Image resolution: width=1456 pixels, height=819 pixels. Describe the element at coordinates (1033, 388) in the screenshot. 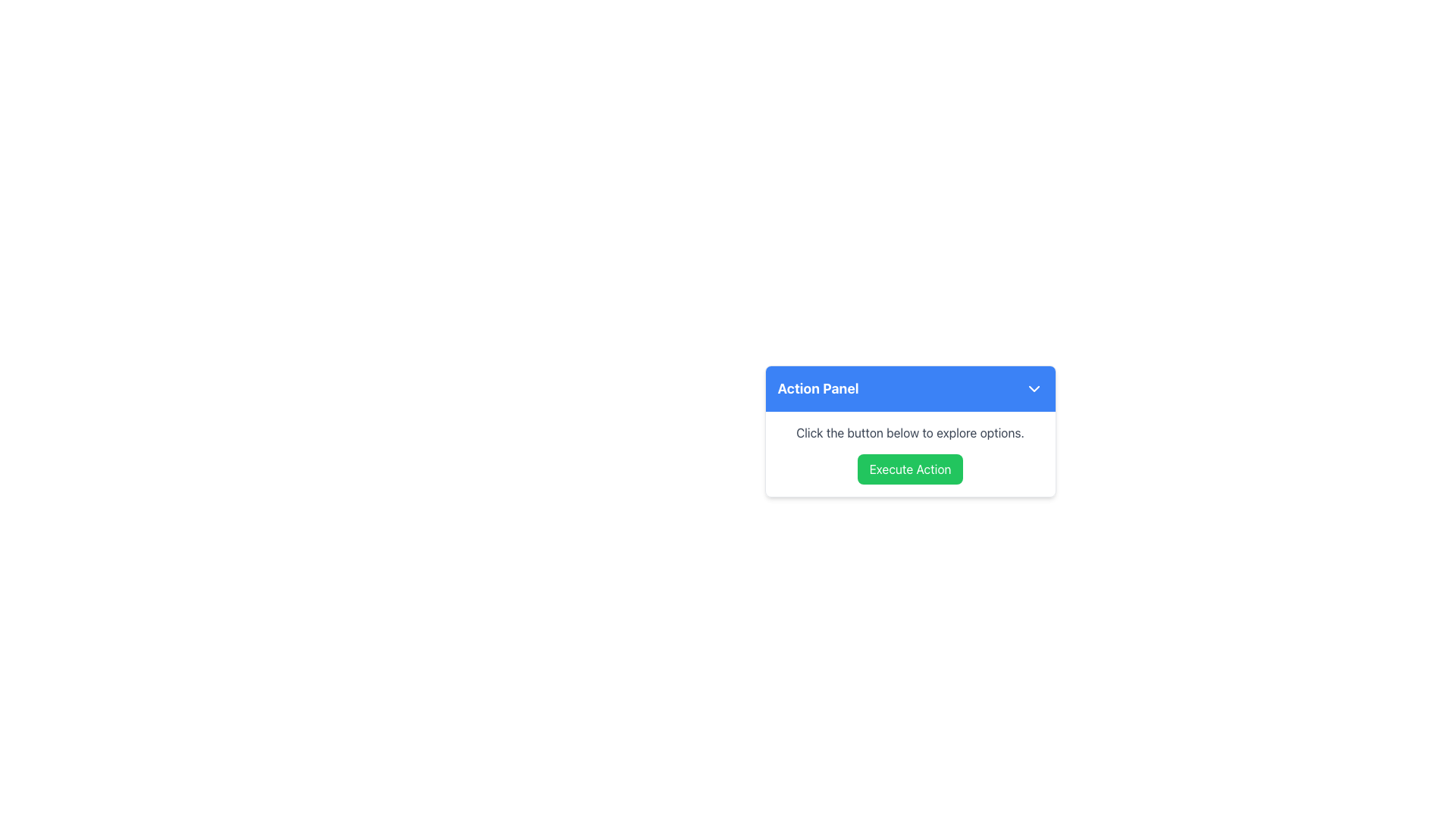

I see `the downward-pointed chevron icon button located at the top-right corner of the blue 'Action Panel'` at that location.